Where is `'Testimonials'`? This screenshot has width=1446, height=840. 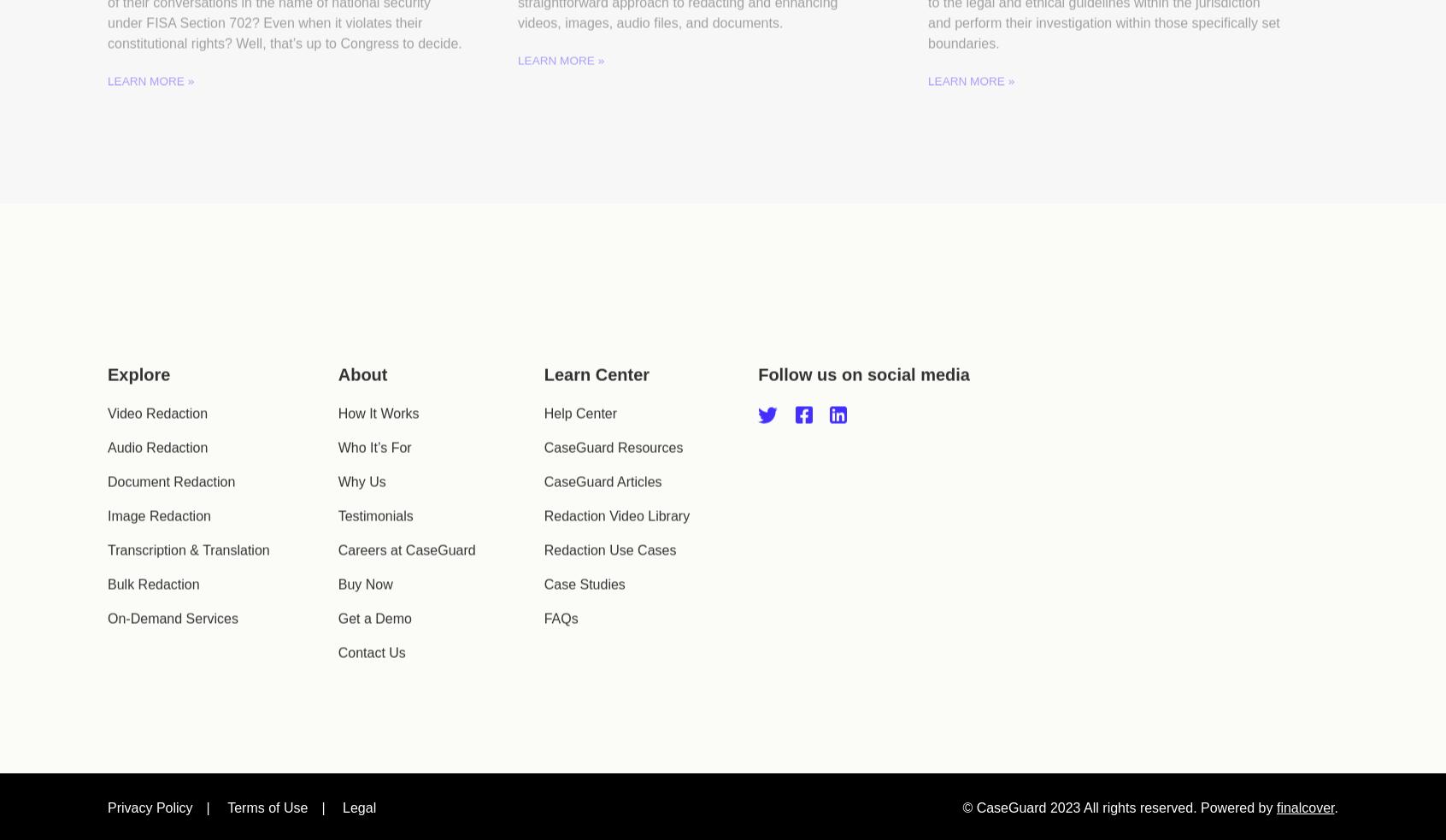 'Testimonials' is located at coordinates (374, 539).